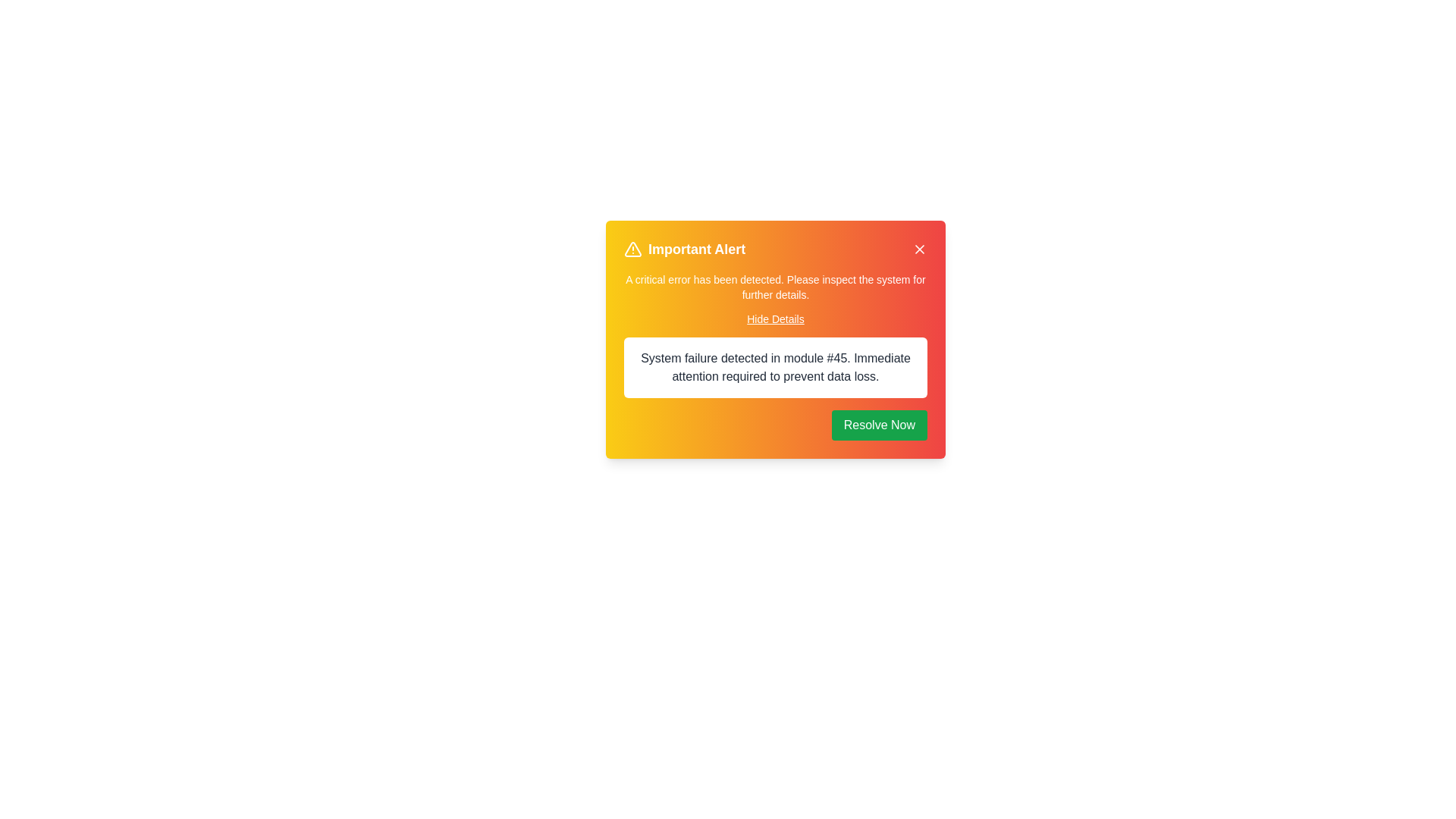 The height and width of the screenshot is (819, 1456). I want to click on the close button to dismiss the alert, so click(919, 248).